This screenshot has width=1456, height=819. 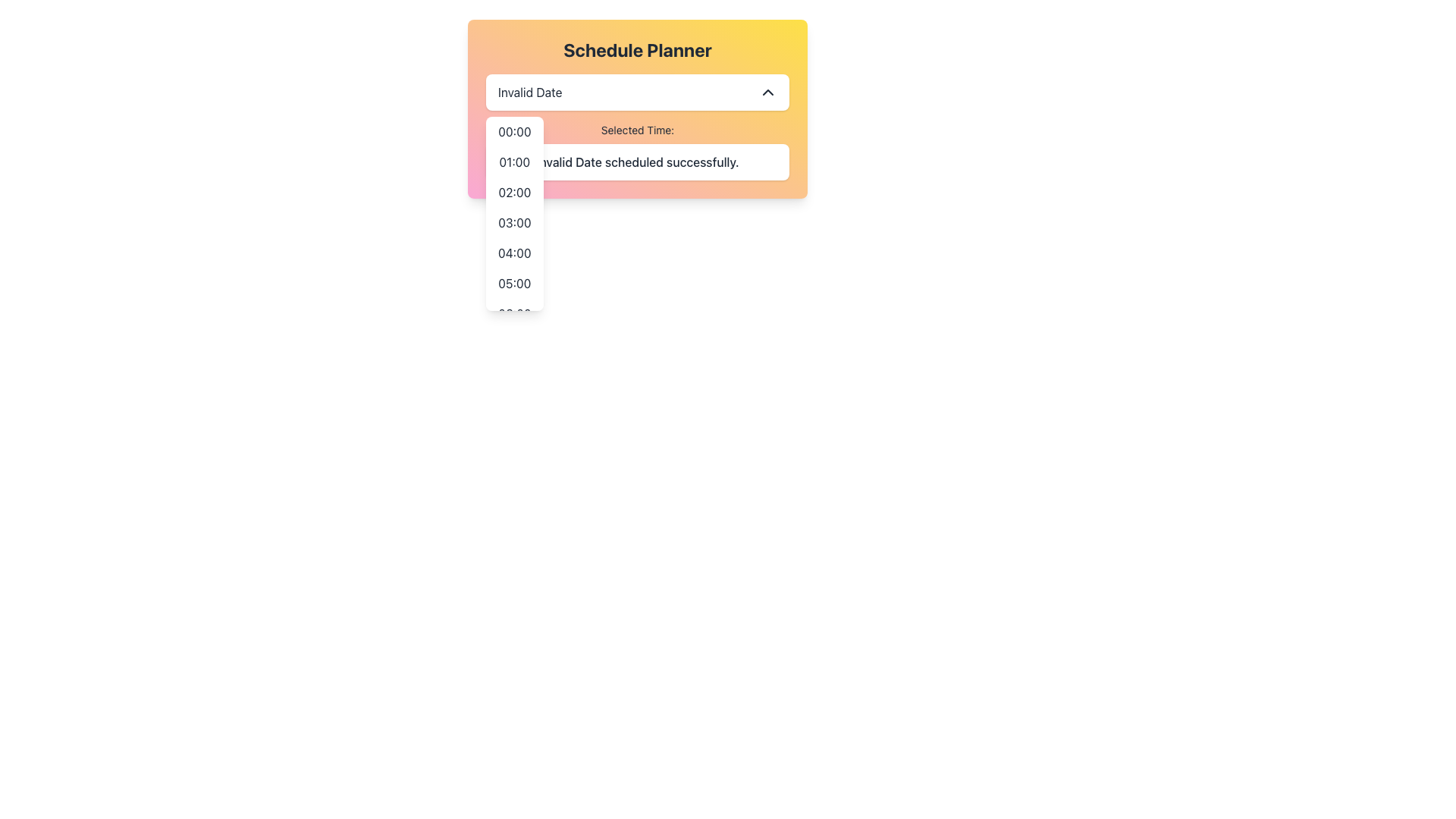 What do you see at coordinates (637, 162) in the screenshot?
I see `the Informational message box displaying 'Invalid Date scheduled successfully.' which is located below the 'Selected Time:' label and to the right of the time slots dropdown` at bounding box center [637, 162].